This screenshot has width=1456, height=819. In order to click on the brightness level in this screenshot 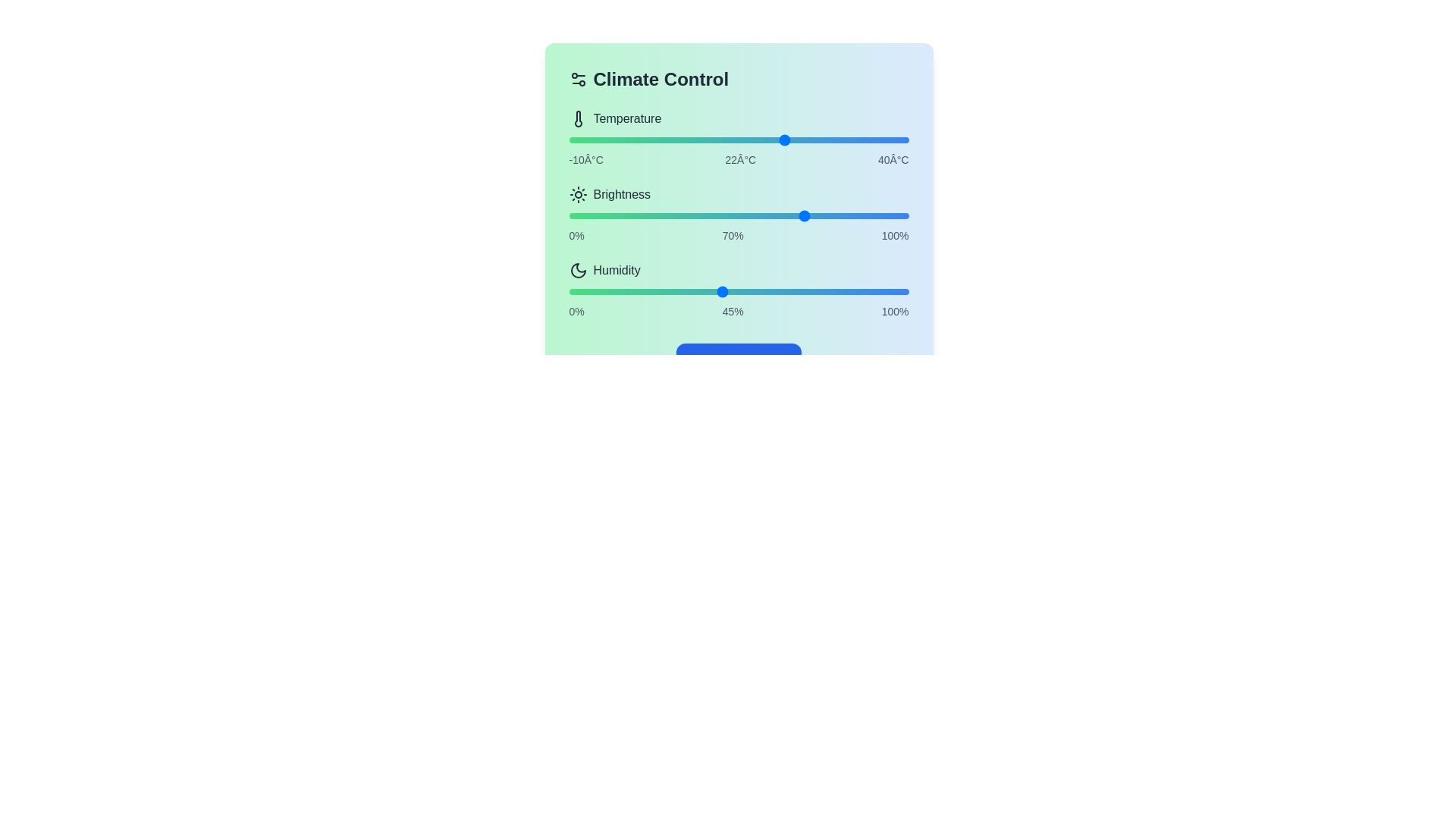, I will do `click(654, 216)`.